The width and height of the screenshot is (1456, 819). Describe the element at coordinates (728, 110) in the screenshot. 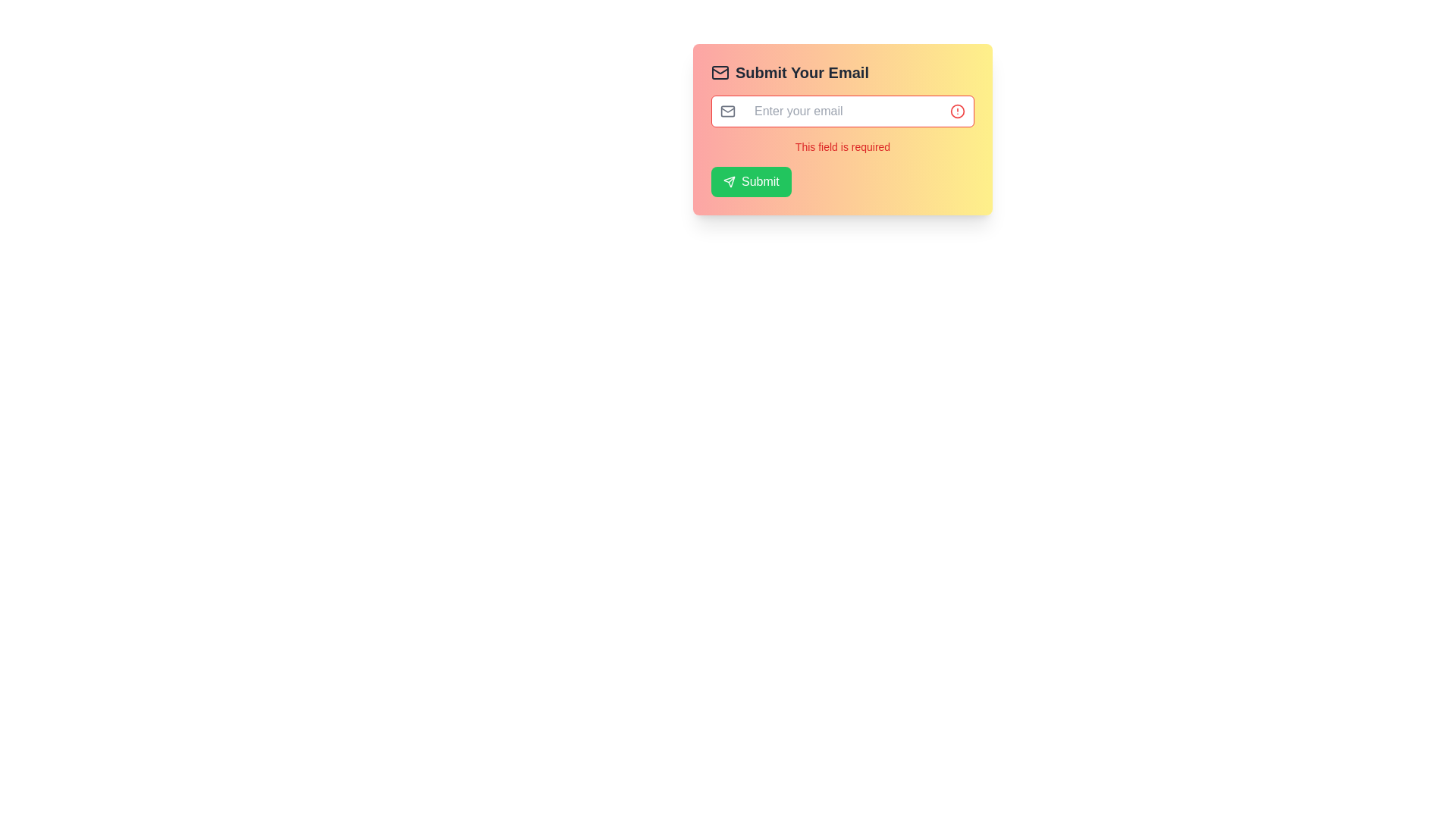

I see `the email icon that visually indicates the purpose of the adjacent email input field, located to the left and slightly above the center of the email input field` at that location.